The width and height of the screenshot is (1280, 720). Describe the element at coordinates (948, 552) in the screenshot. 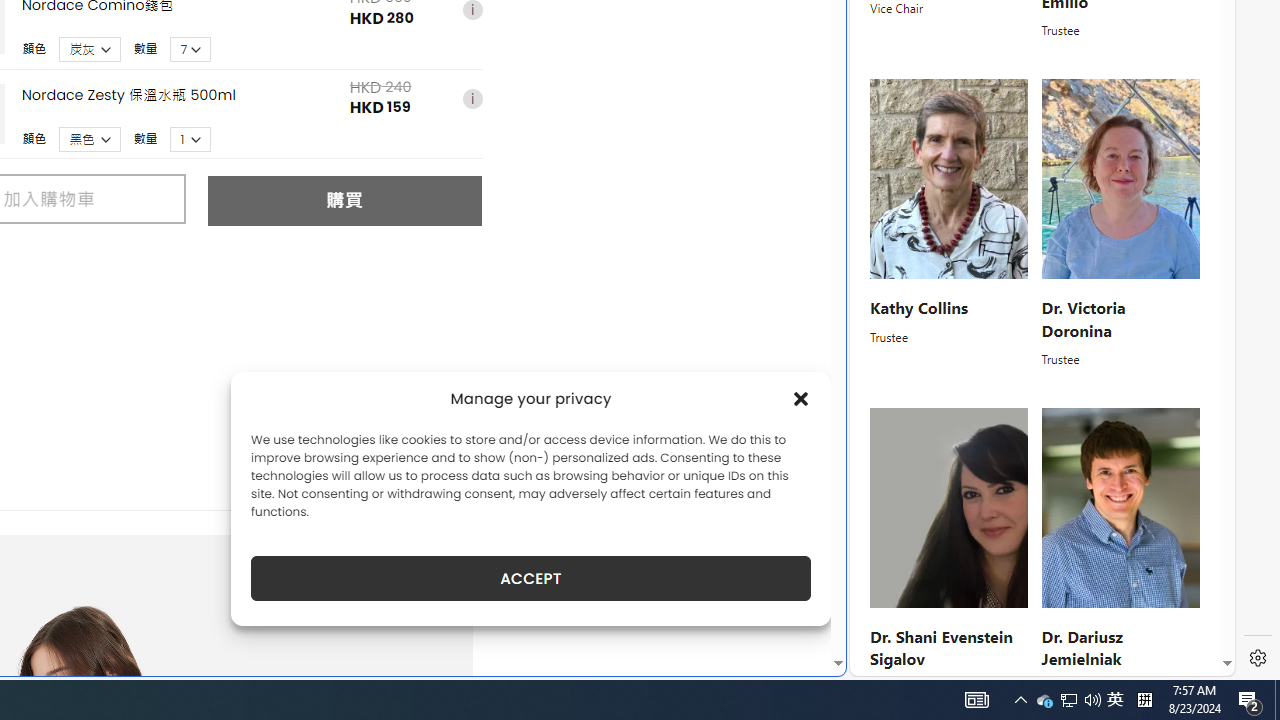

I see `'Dr. Shani Evenstein SigalovTrustee'` at that location.